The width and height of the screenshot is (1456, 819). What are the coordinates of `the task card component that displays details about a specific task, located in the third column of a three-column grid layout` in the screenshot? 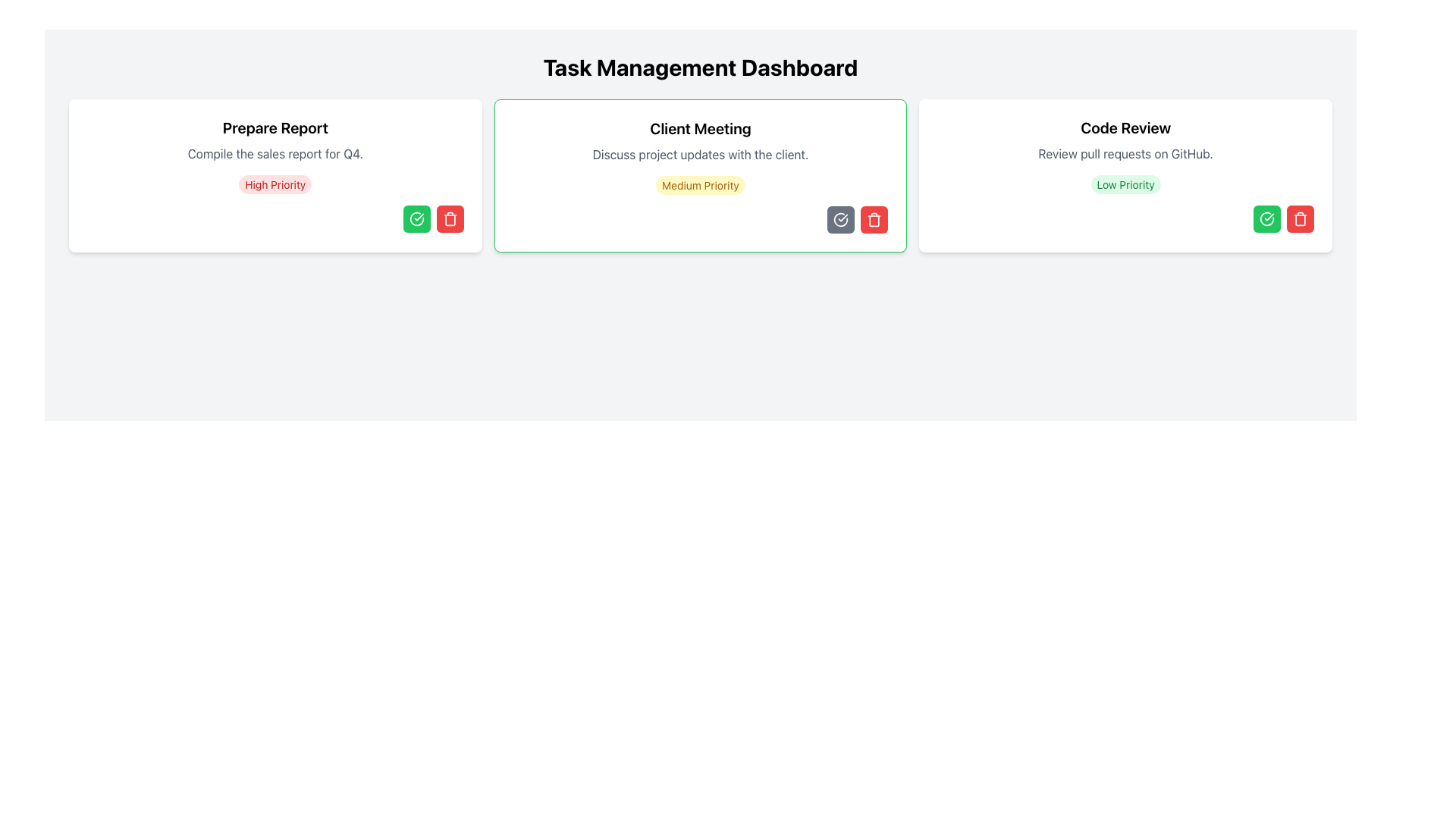 It's located at (1125, 174).